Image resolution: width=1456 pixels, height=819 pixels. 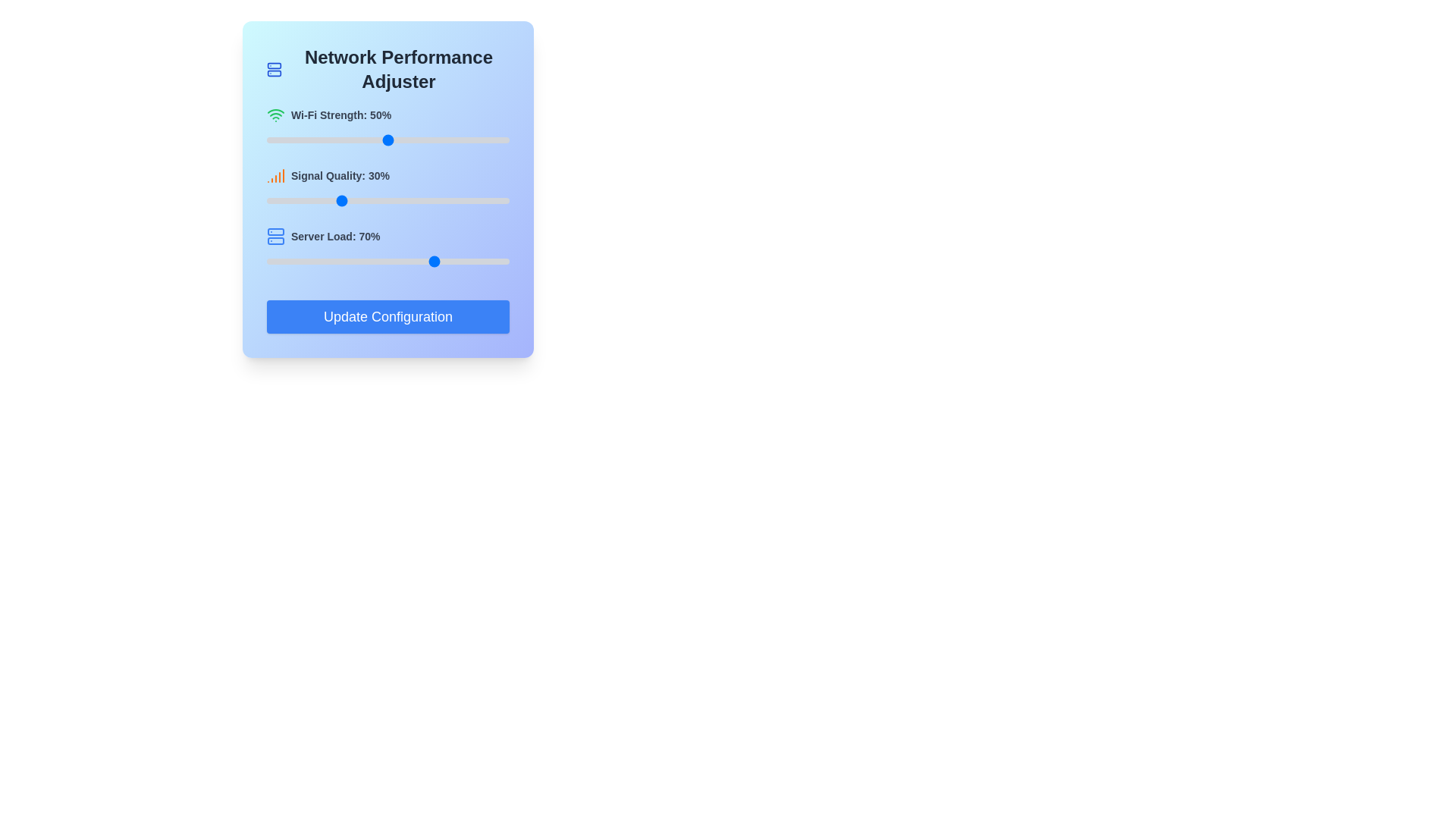 I want to click on the 'Update Configuration' button, which is a rectangular button with rounded corners, a blue background, and white text, located at the bottom of the 'Network Performance Adjuster' panel, so click(x=388, y=315).